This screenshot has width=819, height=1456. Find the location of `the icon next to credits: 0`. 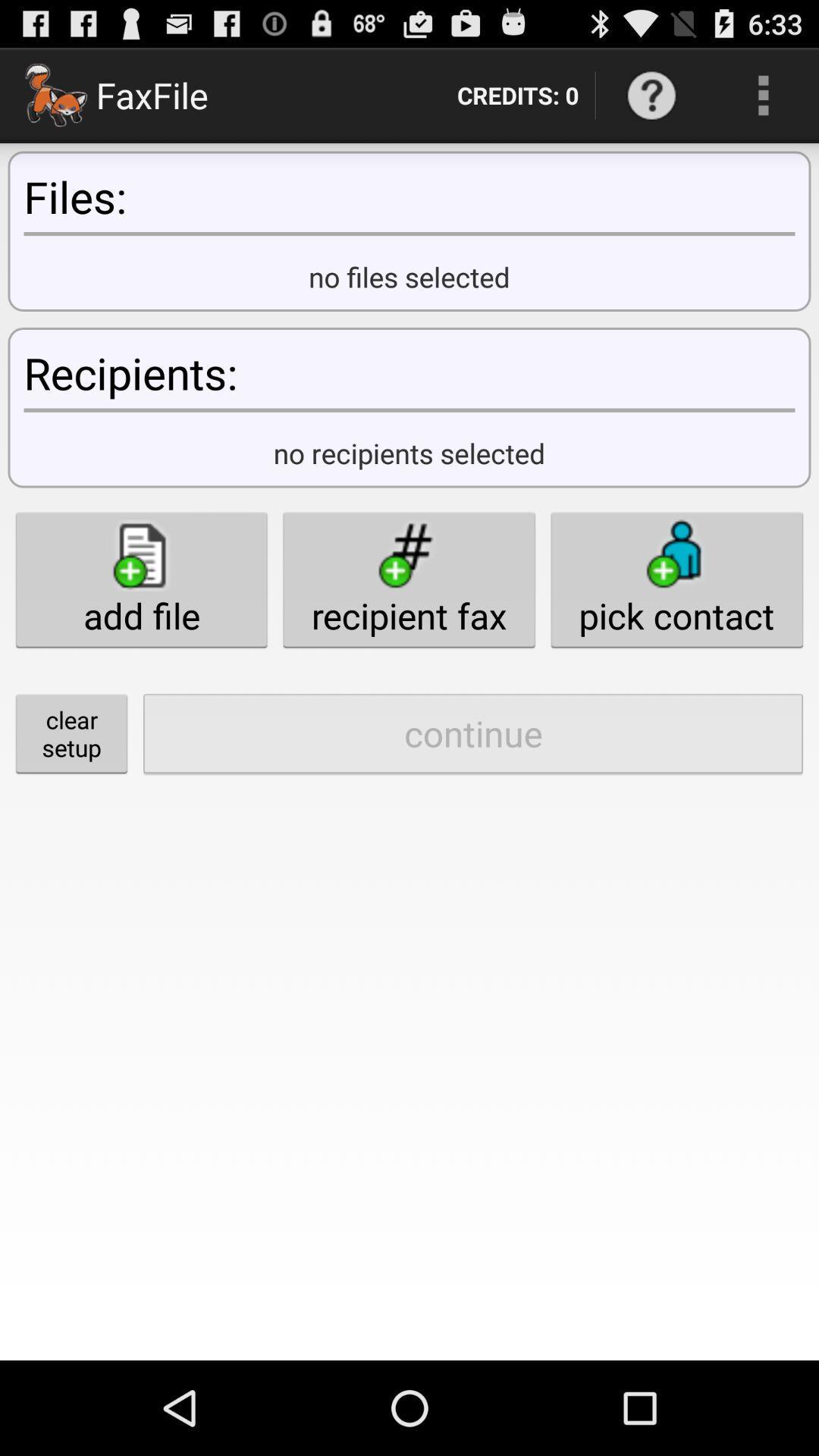

the icon next to credits: 0 is located at coordinates (651, 94).